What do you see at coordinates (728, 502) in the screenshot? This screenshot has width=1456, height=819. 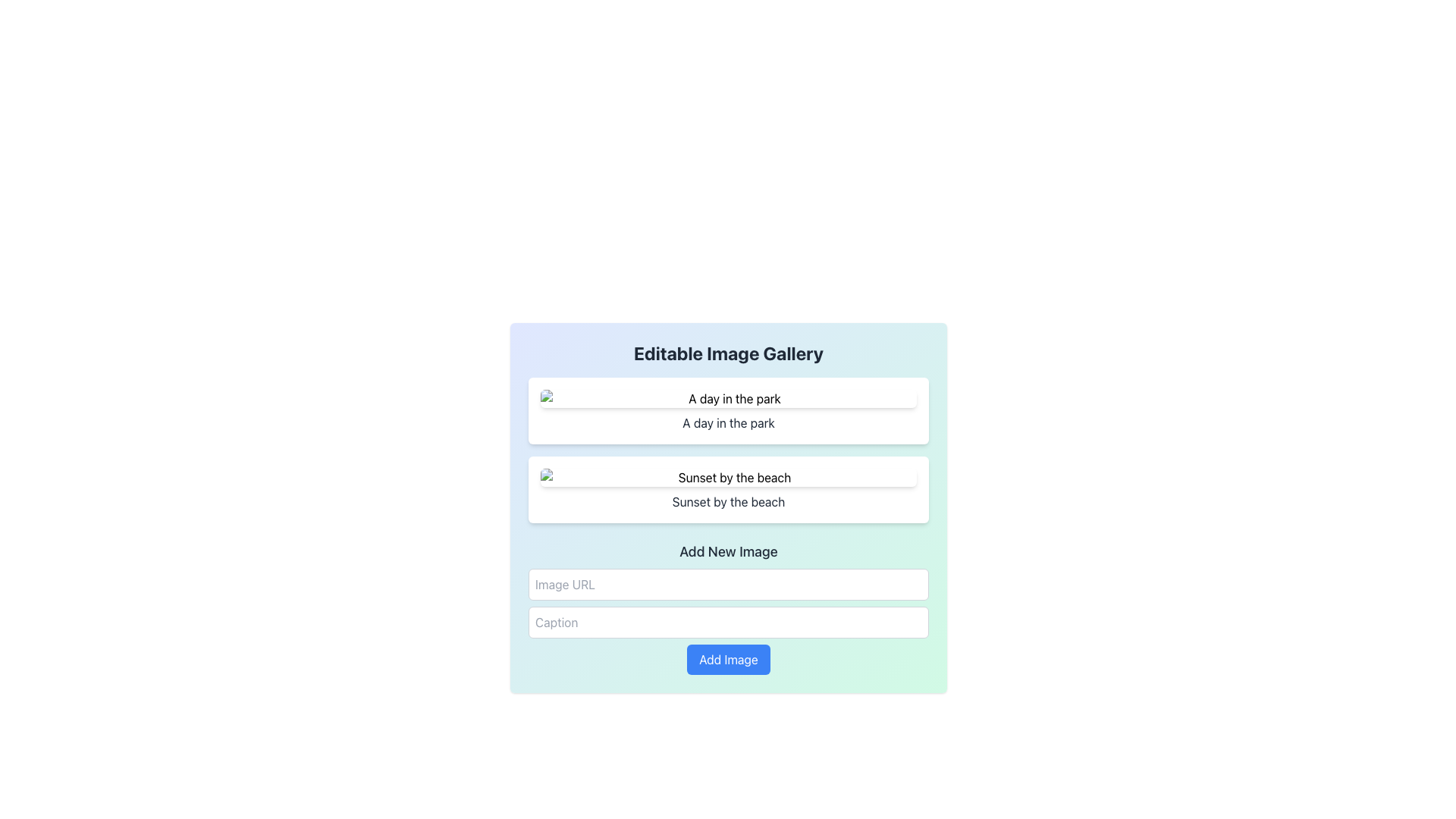 I see `the clickable text label 'Sunset by the beach' located in the second card of the 'Editable Image Gallery'` at bounding box center [728, 502].